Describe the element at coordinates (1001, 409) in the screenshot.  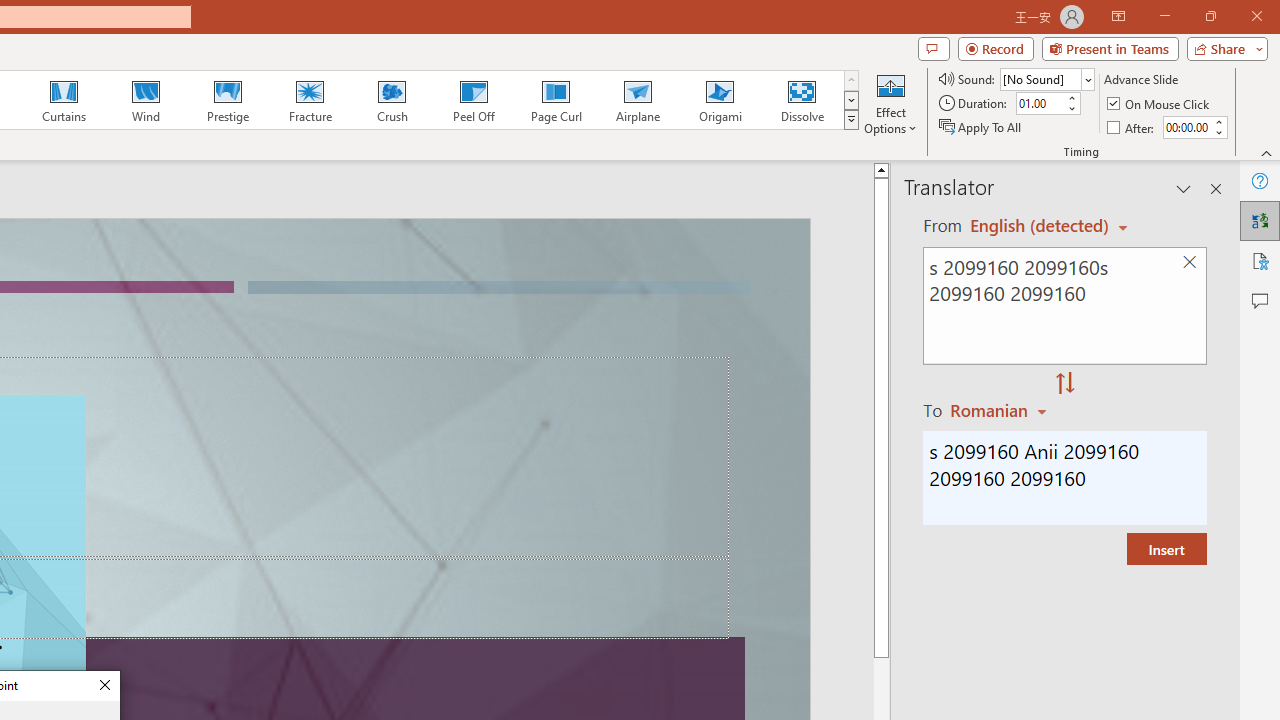
I see `'Romanian'` at that location.